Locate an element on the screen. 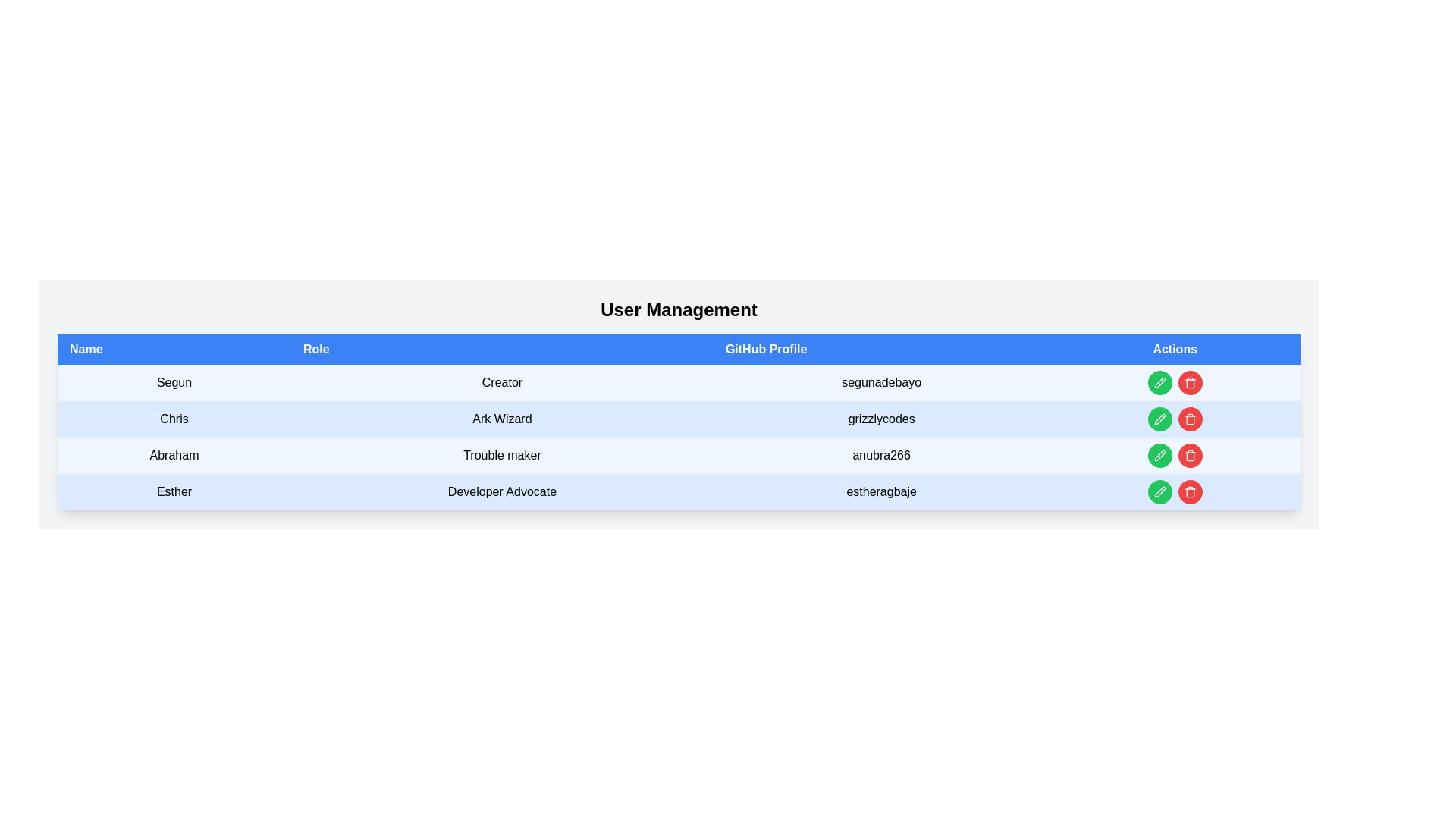 The image size is (1456, 819). the text label 'grizzlycodes' which is located in the third column of the second row of a table, associated with 'Chris' in the first column and 'Ark Wizard' in the second column is located at coordinates (881, 419).